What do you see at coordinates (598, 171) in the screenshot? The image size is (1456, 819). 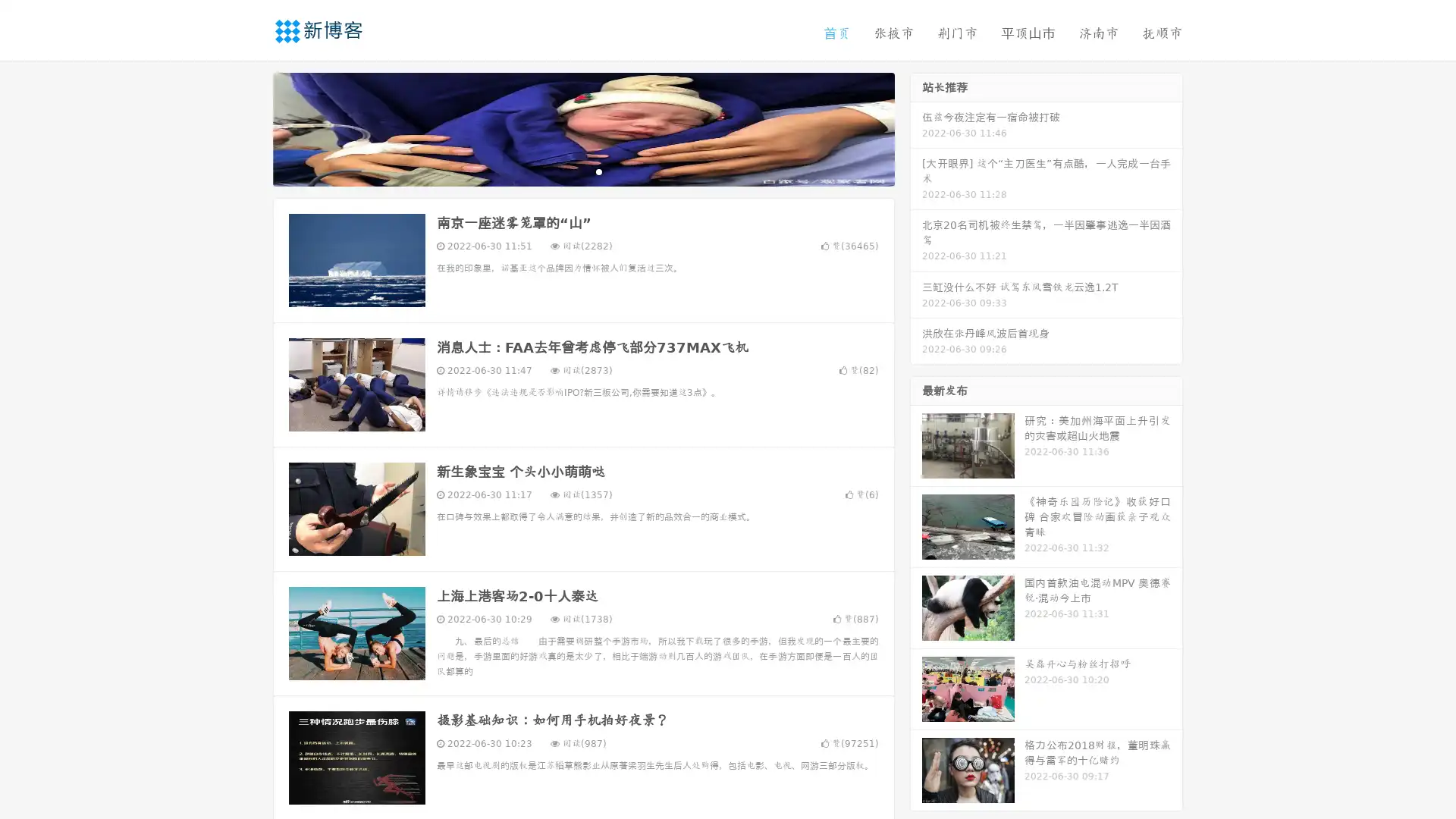 I see `Go to slide 3` at bounding box center [598, 171].